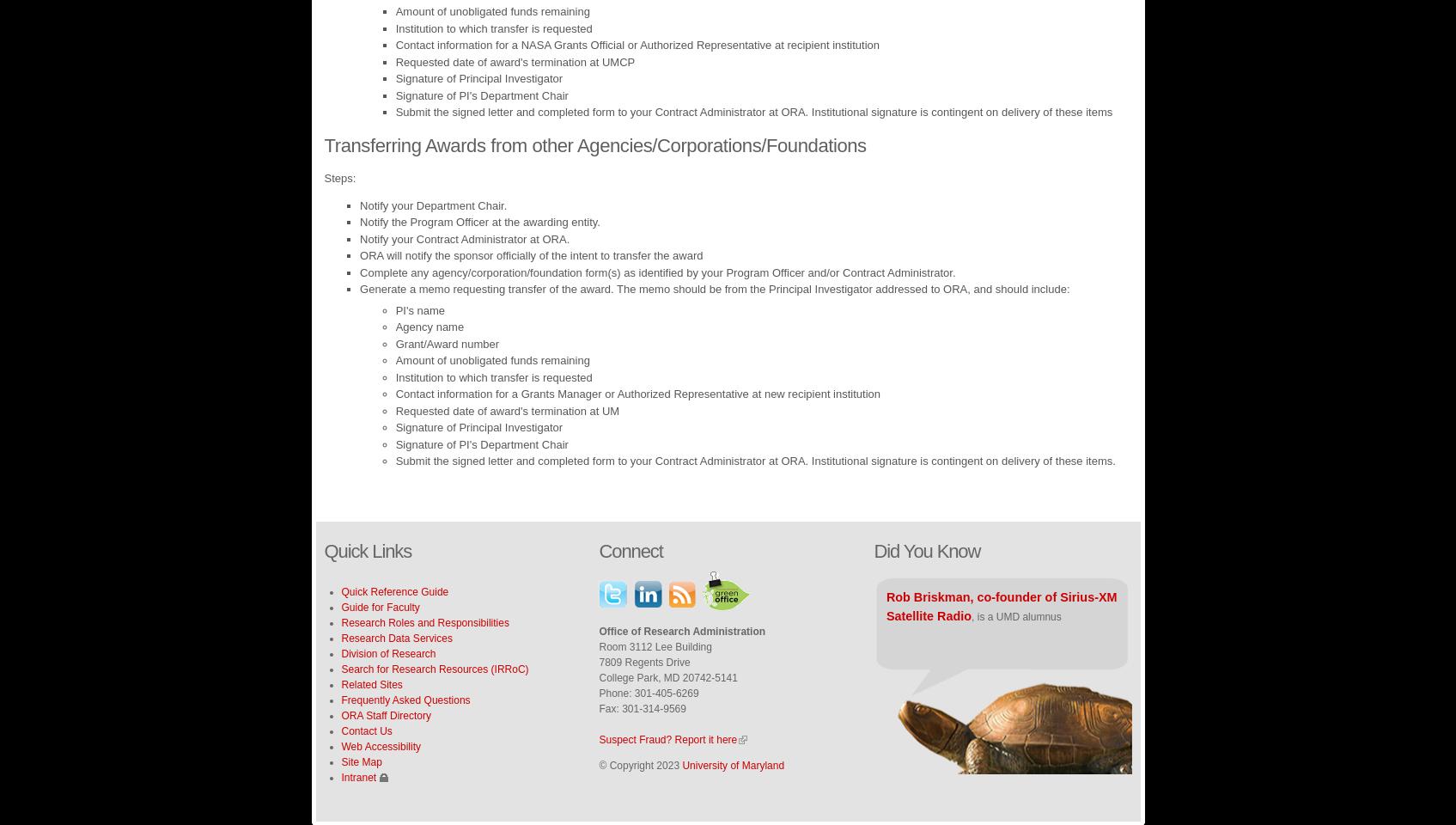  Describe the element at coordinates (360, 237) in the screenshot. I see `'Notify your Contract Administrator at ORA.'` at that location.